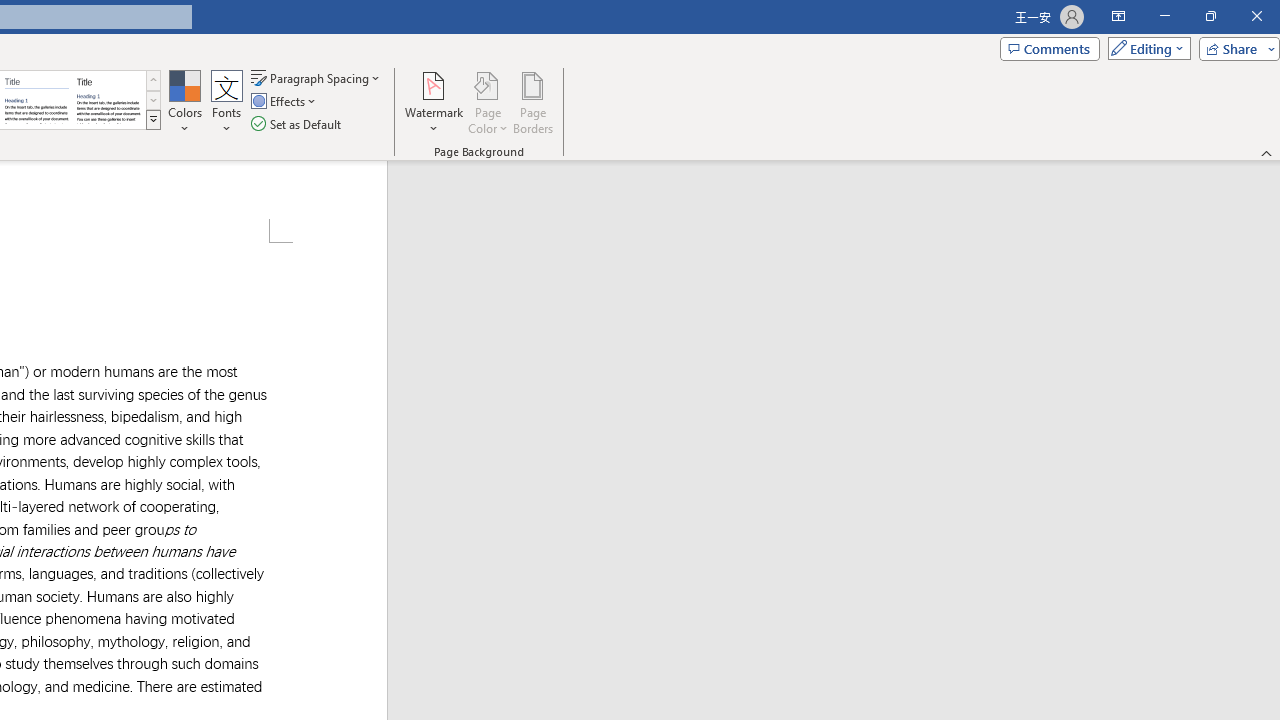 This screenshot has width=1280, height=720. What do you see at coordinates (488, 103) in the screenshot?
I see `'Page Color'` at bounding box center [488, 103].